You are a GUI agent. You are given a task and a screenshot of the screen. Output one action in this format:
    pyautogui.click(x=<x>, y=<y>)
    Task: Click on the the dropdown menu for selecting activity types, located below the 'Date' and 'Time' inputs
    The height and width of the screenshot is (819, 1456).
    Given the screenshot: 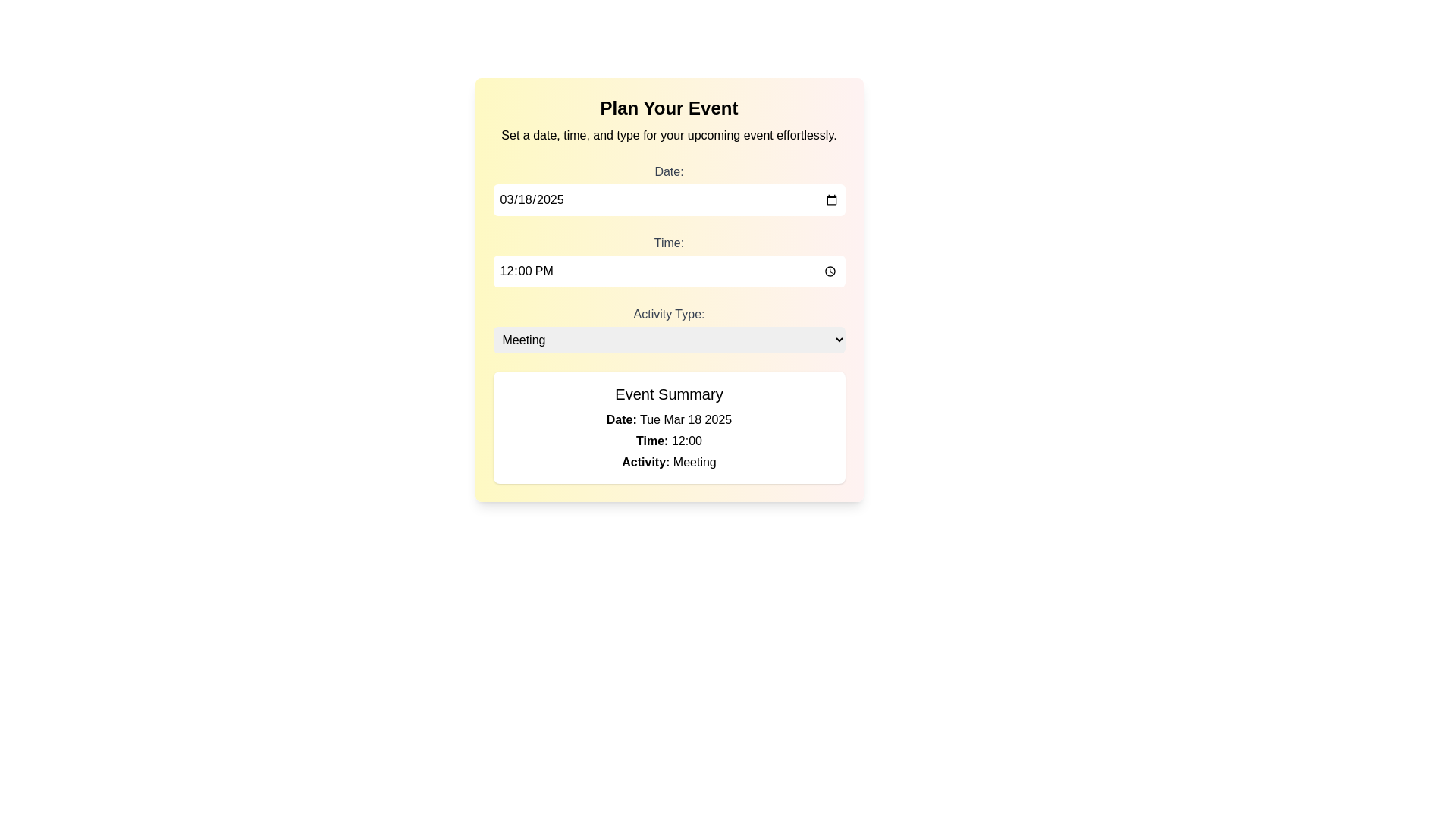 What is the action you would take?
    pyautogui.click(x=668, y=328)
    